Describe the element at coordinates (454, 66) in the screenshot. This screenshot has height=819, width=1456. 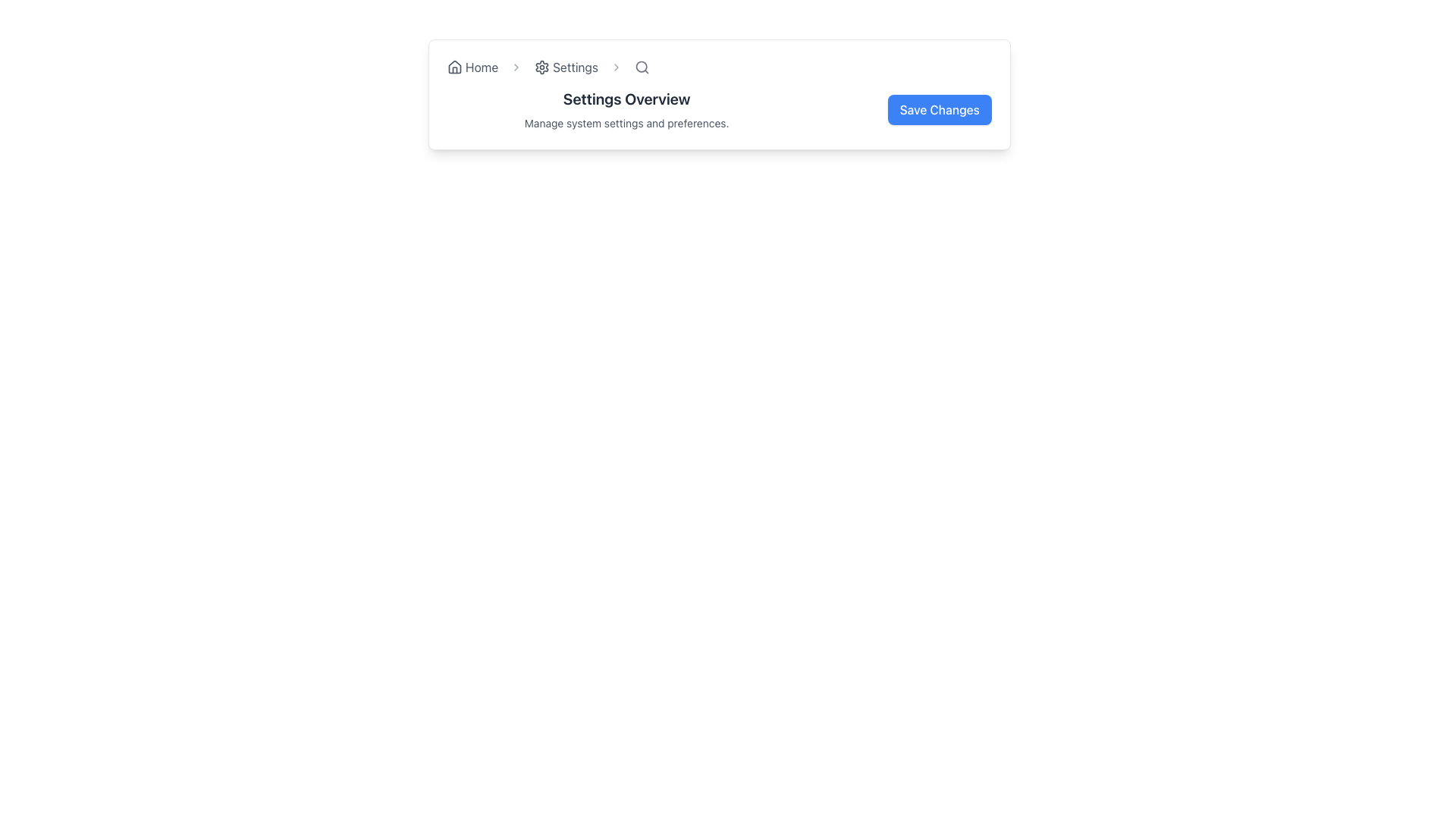
I see `the house icon SVG element adjacent to the 'Home' text in the breadcrumb navigation bar` at that location.